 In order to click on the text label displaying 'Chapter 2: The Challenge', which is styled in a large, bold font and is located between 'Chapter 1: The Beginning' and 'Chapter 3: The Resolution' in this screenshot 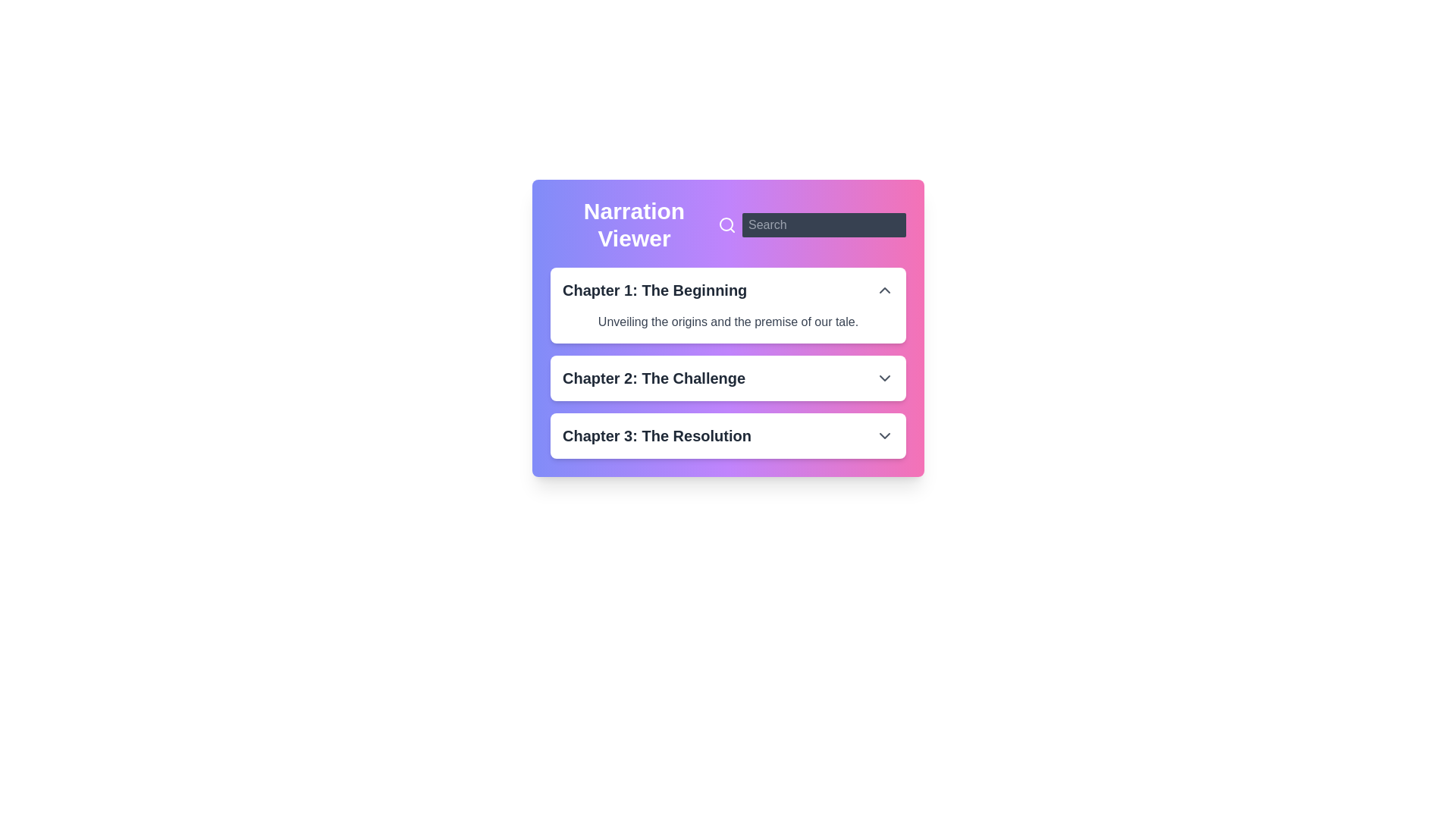, I will do `click(654, 377)`.